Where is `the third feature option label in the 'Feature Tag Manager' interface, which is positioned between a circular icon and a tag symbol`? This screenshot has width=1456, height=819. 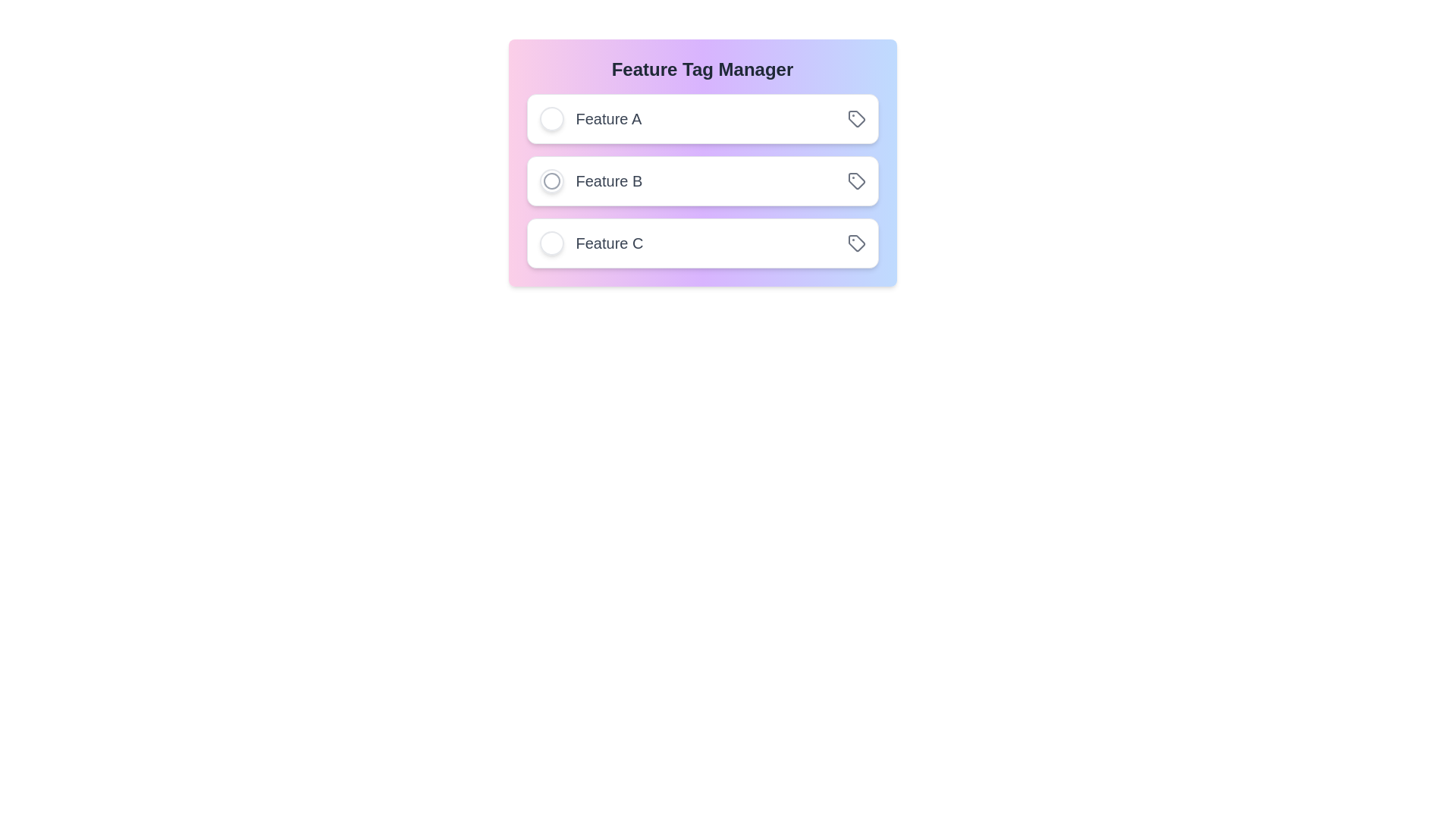 the third feature option label in the 'Feature Tag Manager' interface, which is positioned between a circular icon and a tag symbol is located at coordinates (609, 242).